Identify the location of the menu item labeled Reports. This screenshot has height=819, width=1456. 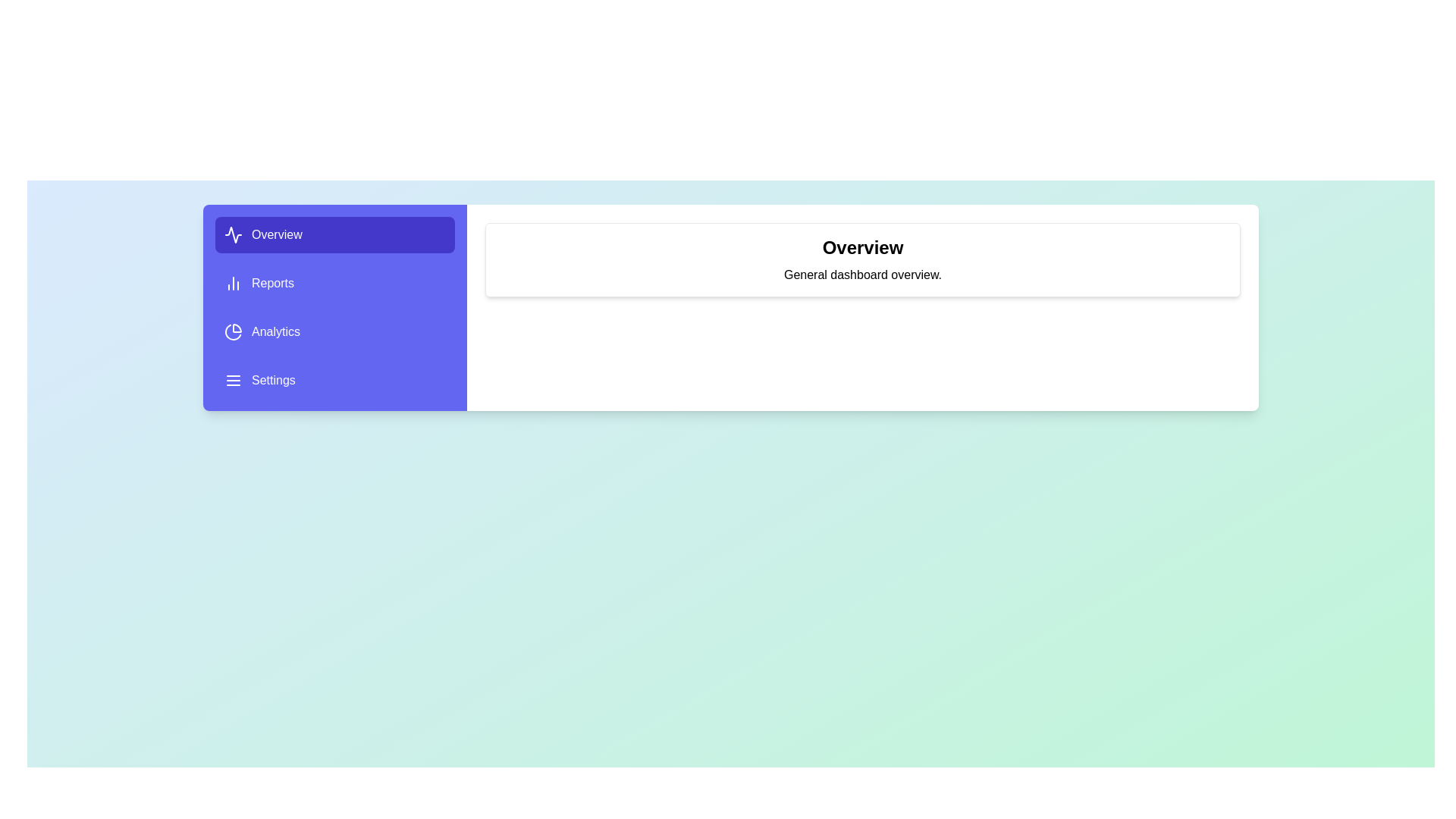
(334, 284).